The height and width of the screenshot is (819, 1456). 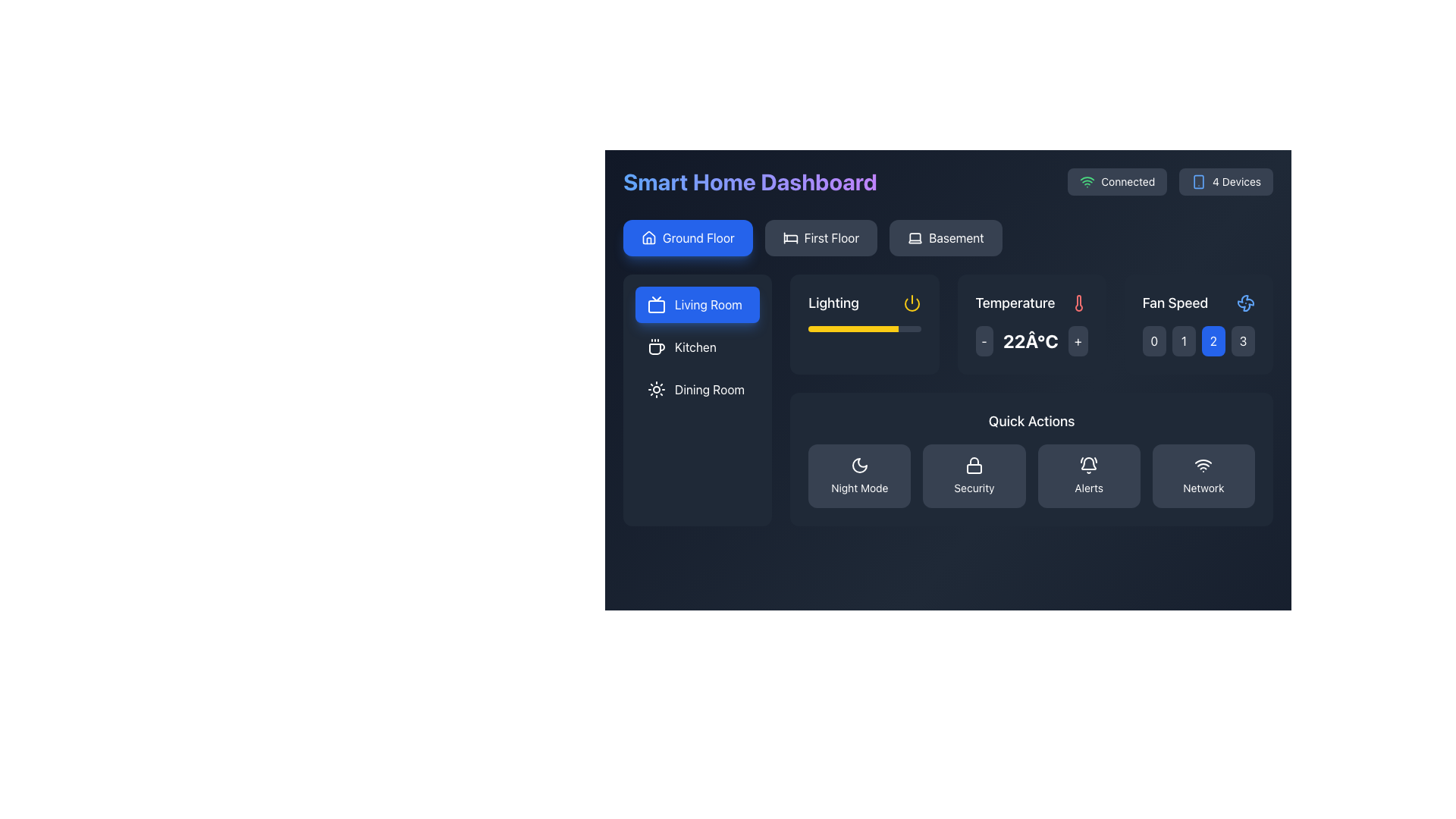 I want to click on the icon representing the 'First Floor' section, which is a minimalistic grey bed icon positioned to the left of the label 'First Floor', so click(x=789, y=237).